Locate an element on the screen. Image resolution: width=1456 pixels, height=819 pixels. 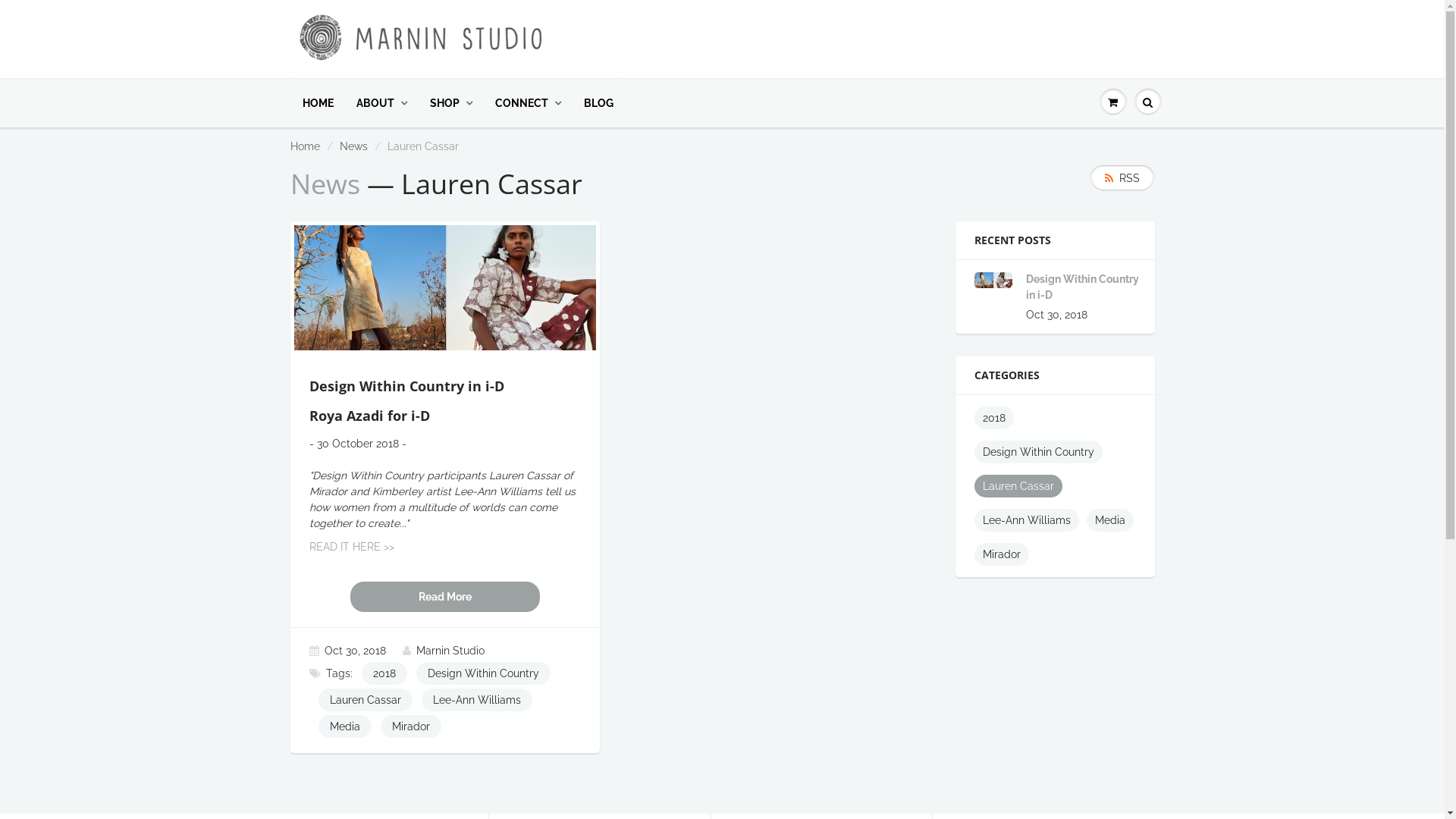
'News' is located at coordinates (353, 146).